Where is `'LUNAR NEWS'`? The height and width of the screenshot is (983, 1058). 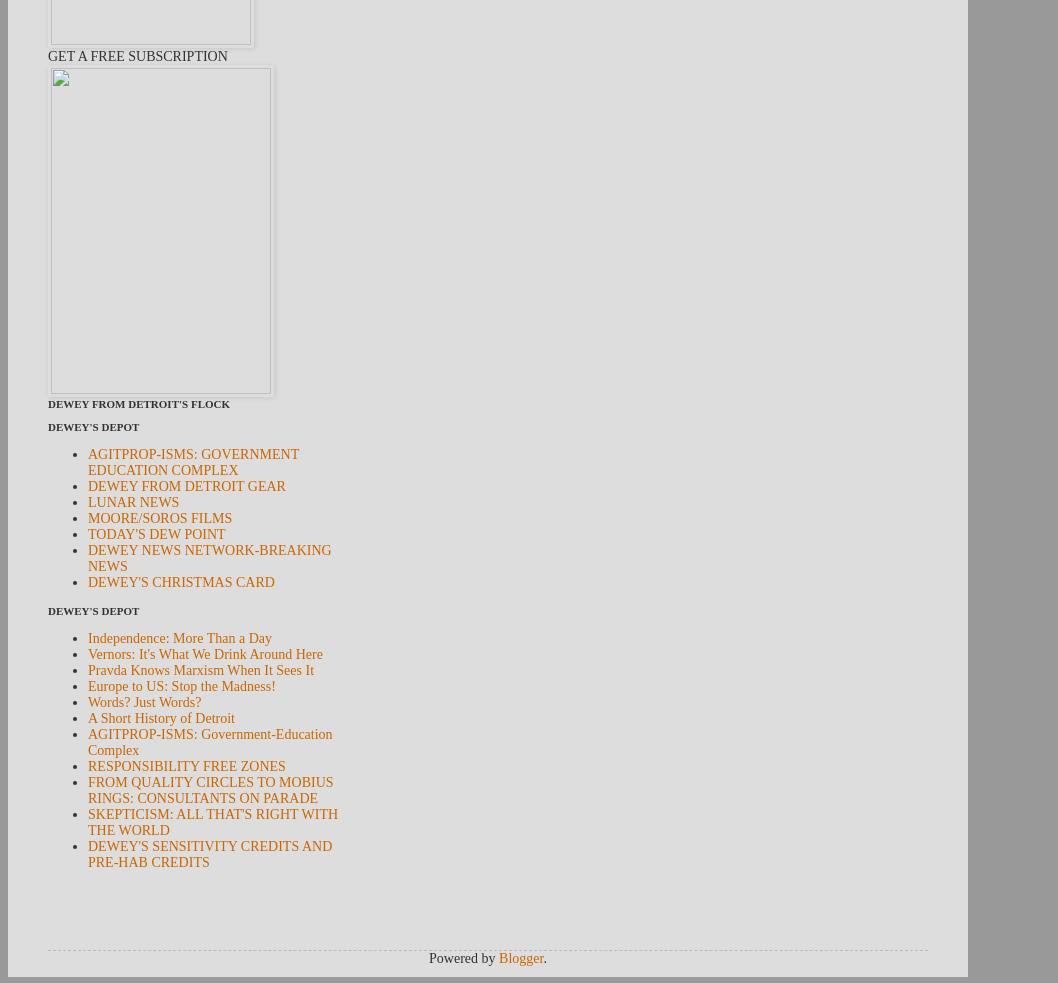
'LUNAR NEWS' is located at coordinates (132, 502).